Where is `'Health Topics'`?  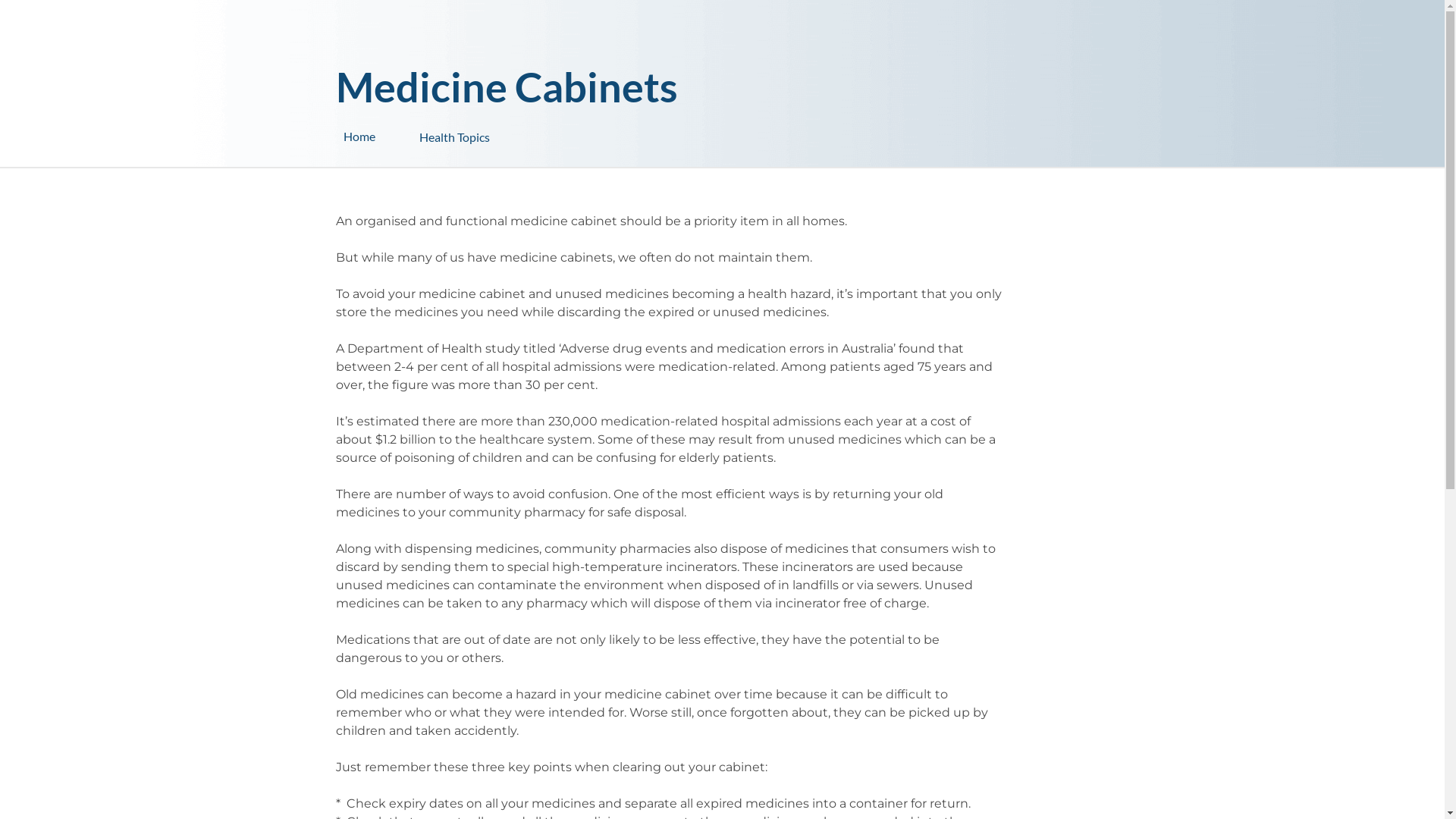 'Health Topics' is located at coordinates (494, 128).